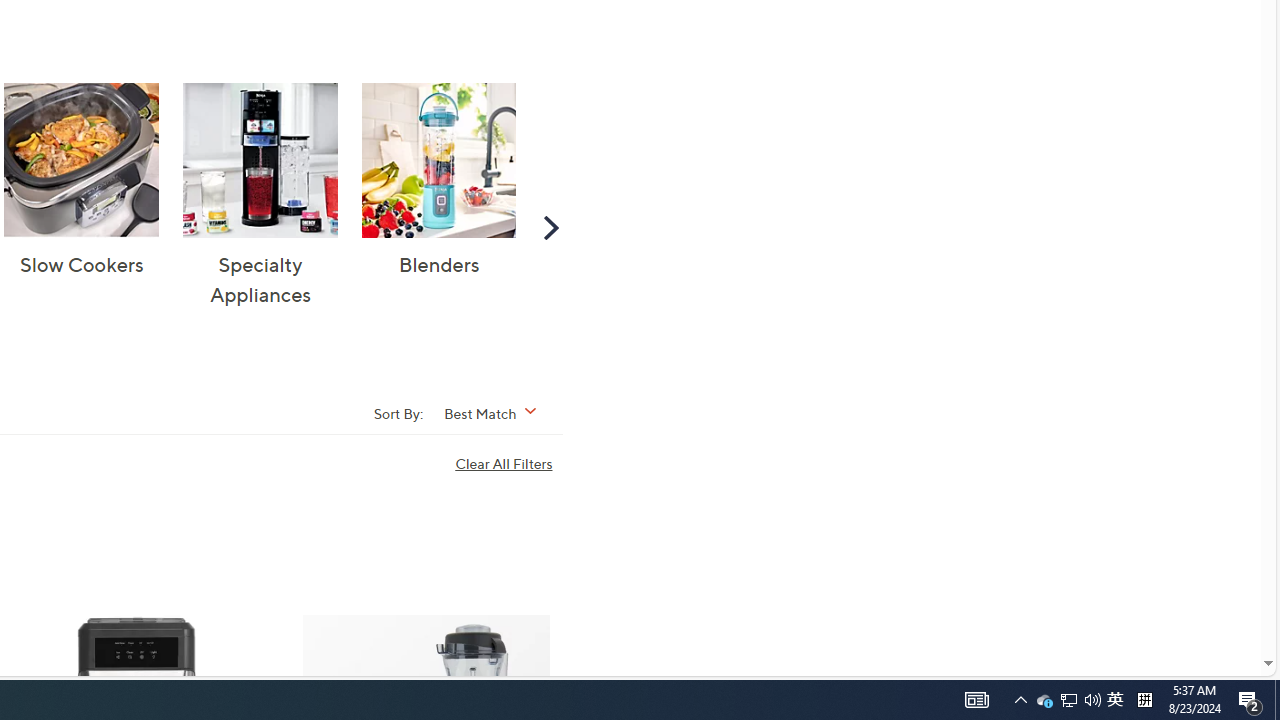  Describe the element at coordinates (80, 181) in the screenshot. I see `'Slow Cookers Slow Cookers'` at that location.